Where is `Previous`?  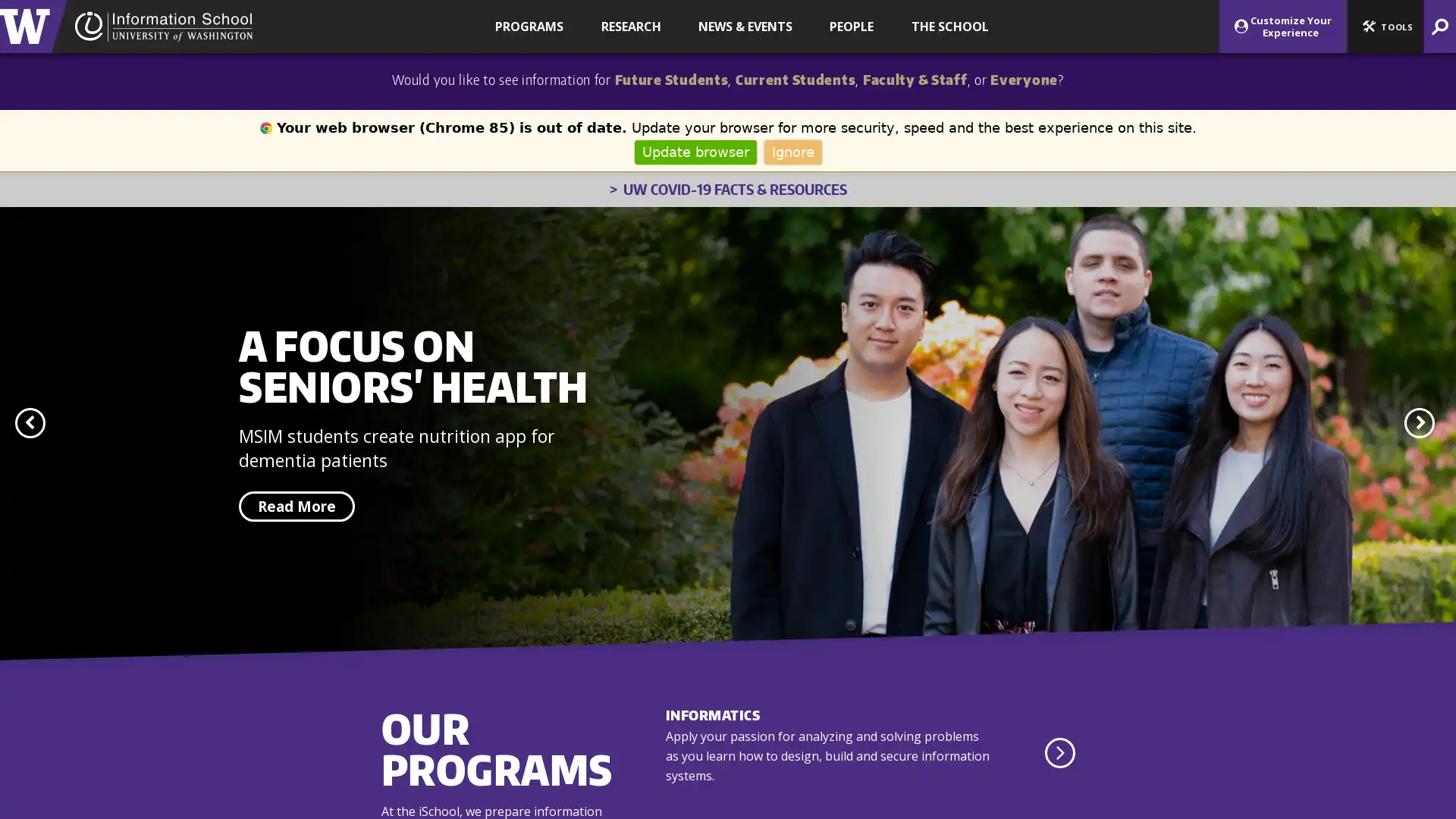 Previous is located at coordinates (30, 423).